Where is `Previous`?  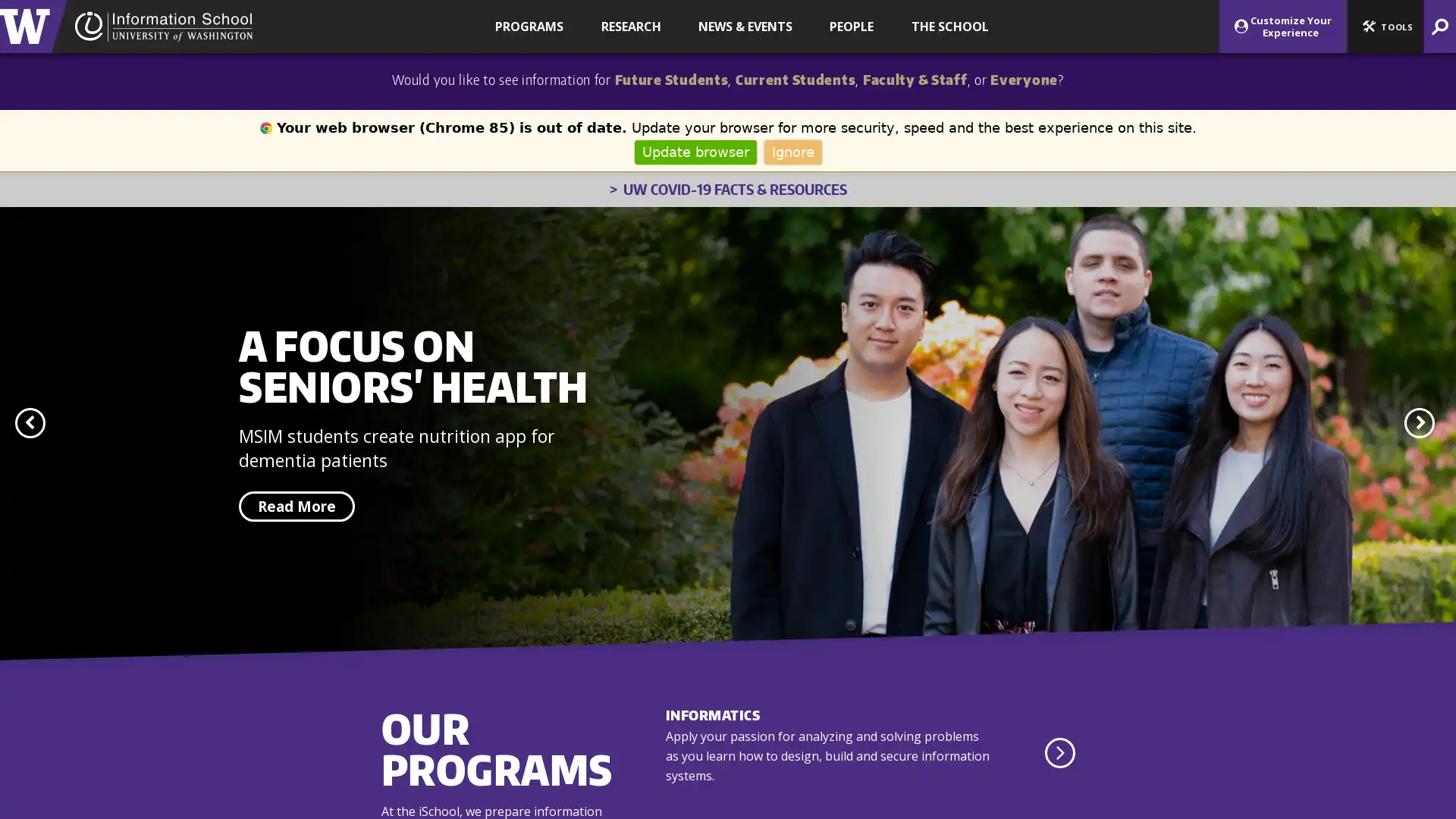 Previous is located at coordinates (30, 423).